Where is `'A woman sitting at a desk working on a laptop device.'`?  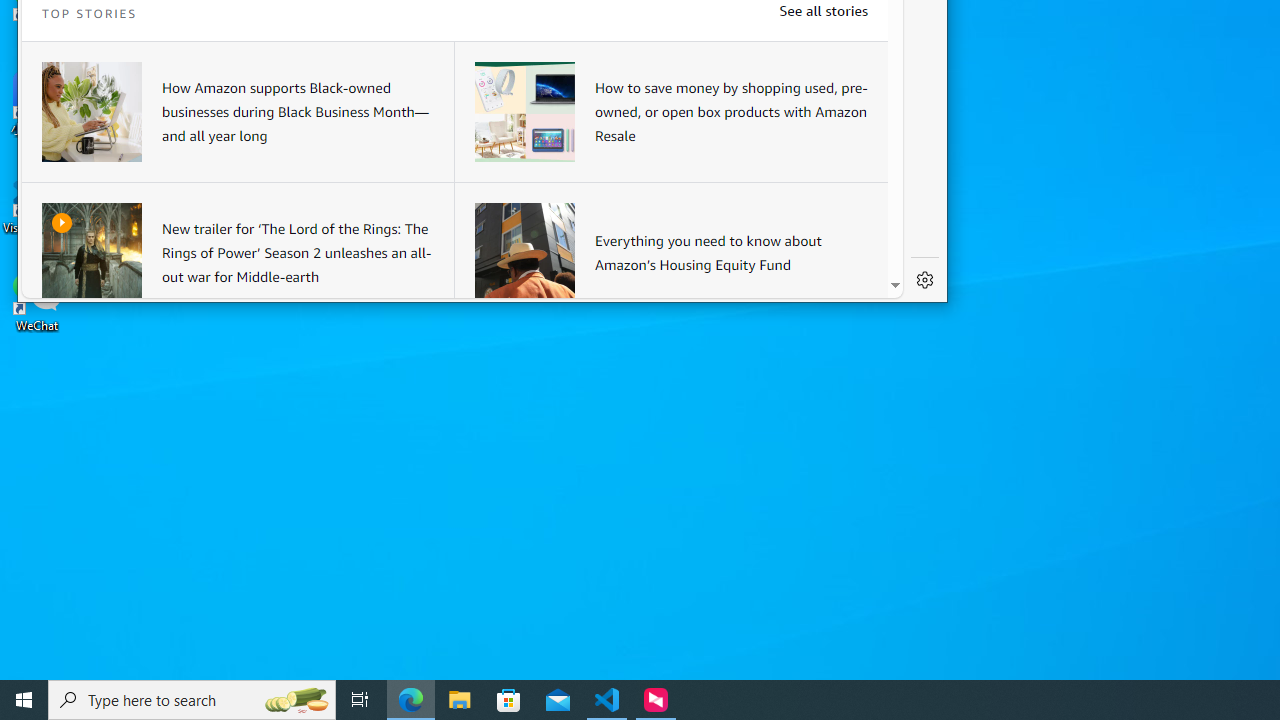 'A woman sitting at a desk working on a laptop device.' is located at coordinates (91, 111).